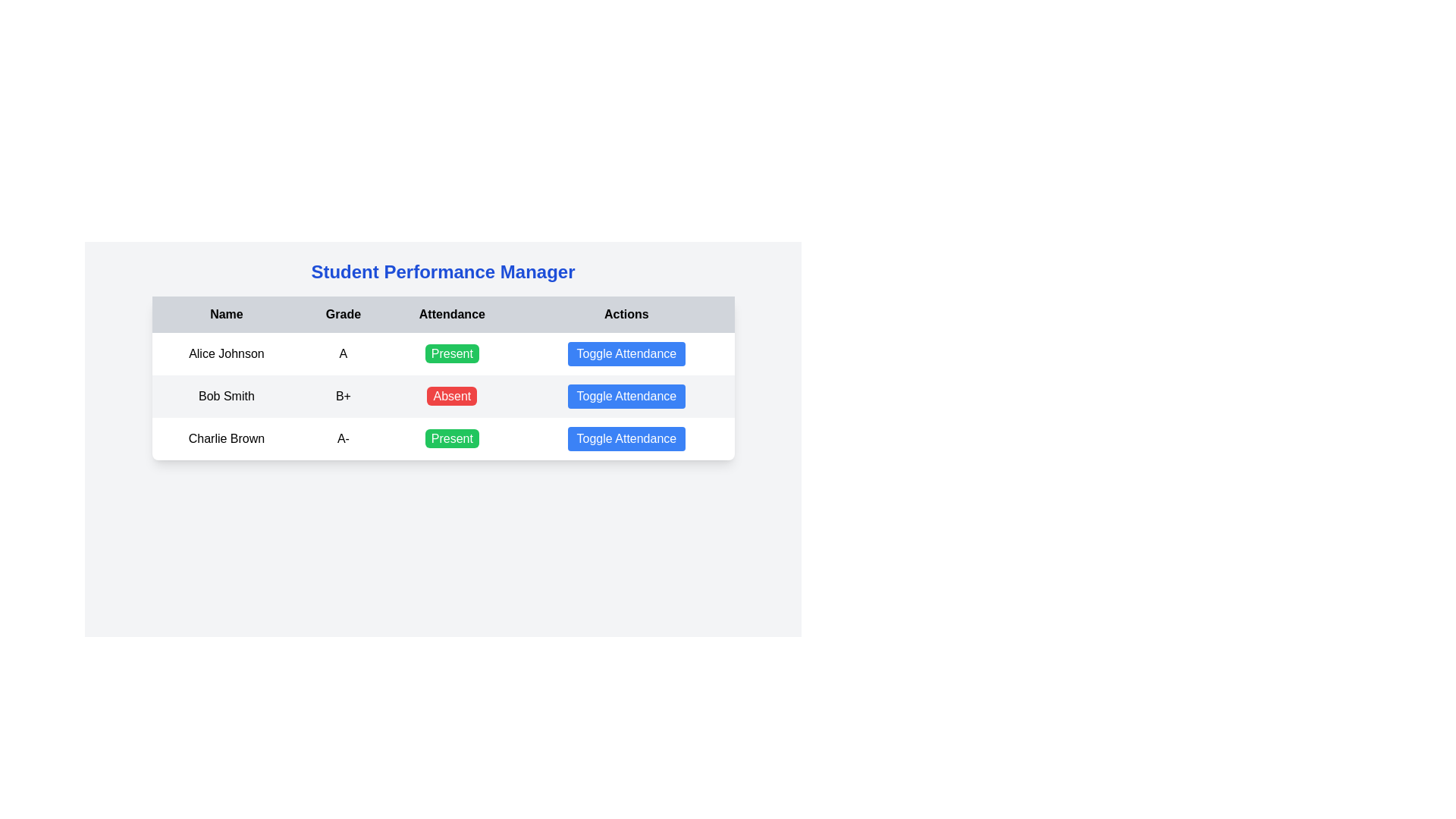 This screenshot has height=819, width=1456. I want to click on the 'Toggle Attendance' button with a blue background and white text in the 'Actions' column for 'Charlie Brown', so click(626, 438).